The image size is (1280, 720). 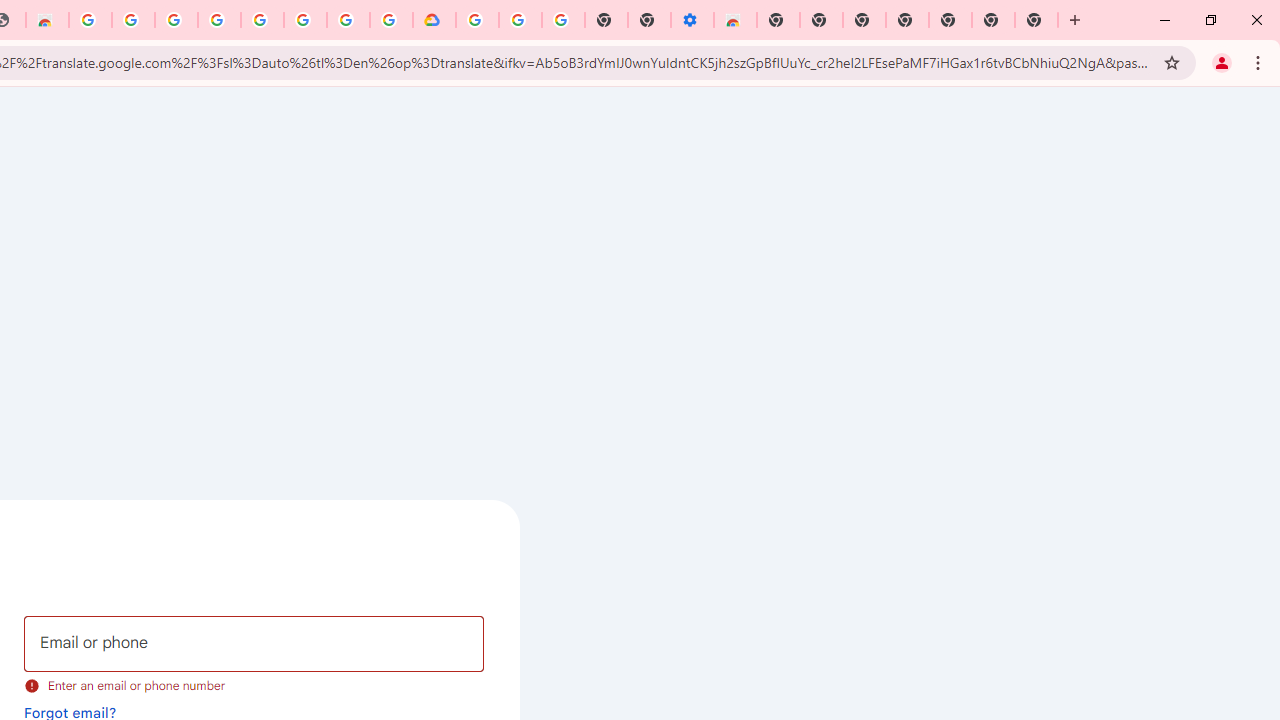 I want to click on 'Settings - Accessibility', so click(x=692, y=20).